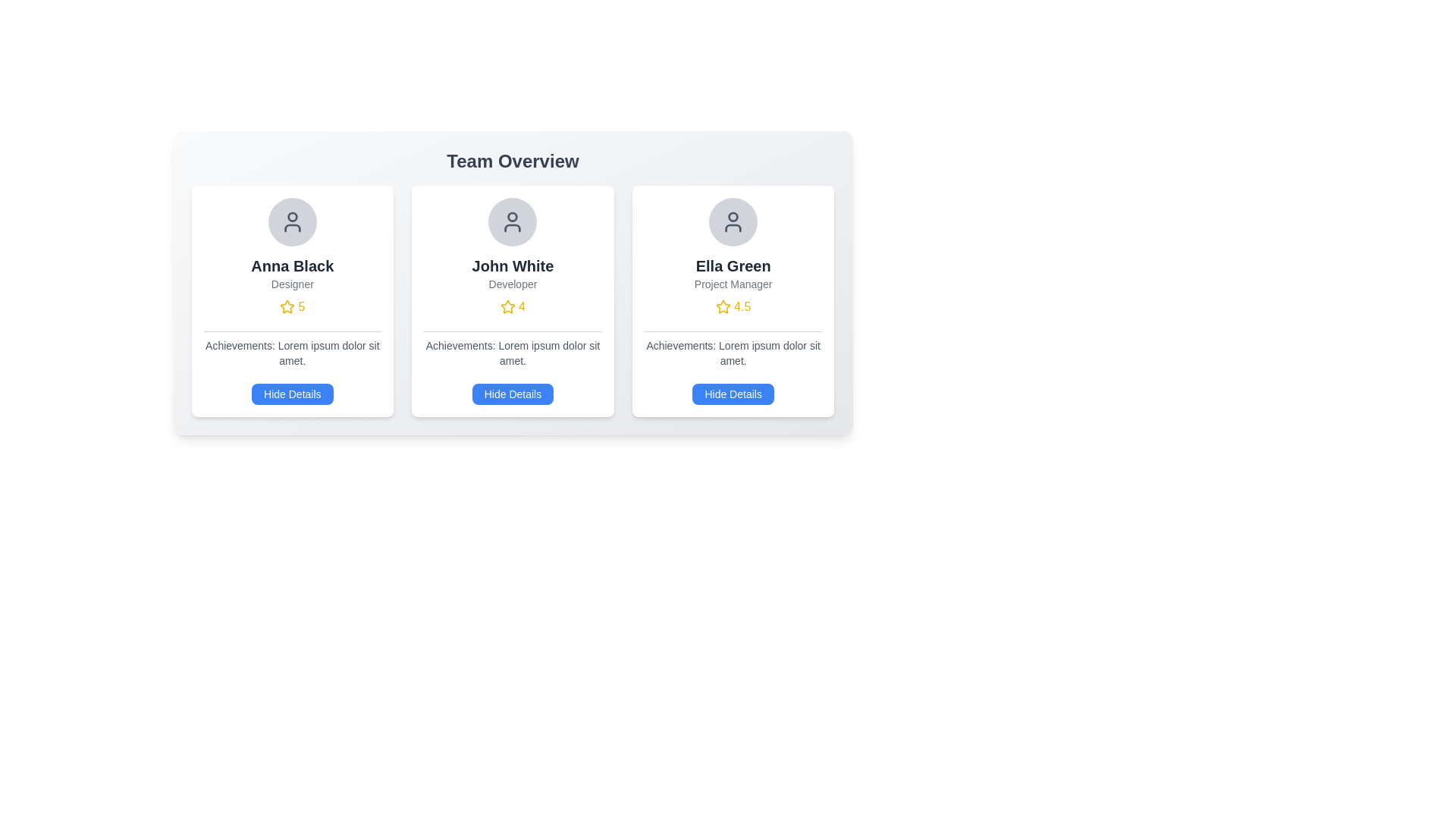  I want to click on the Circular placeholder avatar for the user 'Anna Black', which is positioned in the top-left profile card of three horizontally aligned cards, so click(292, 222).